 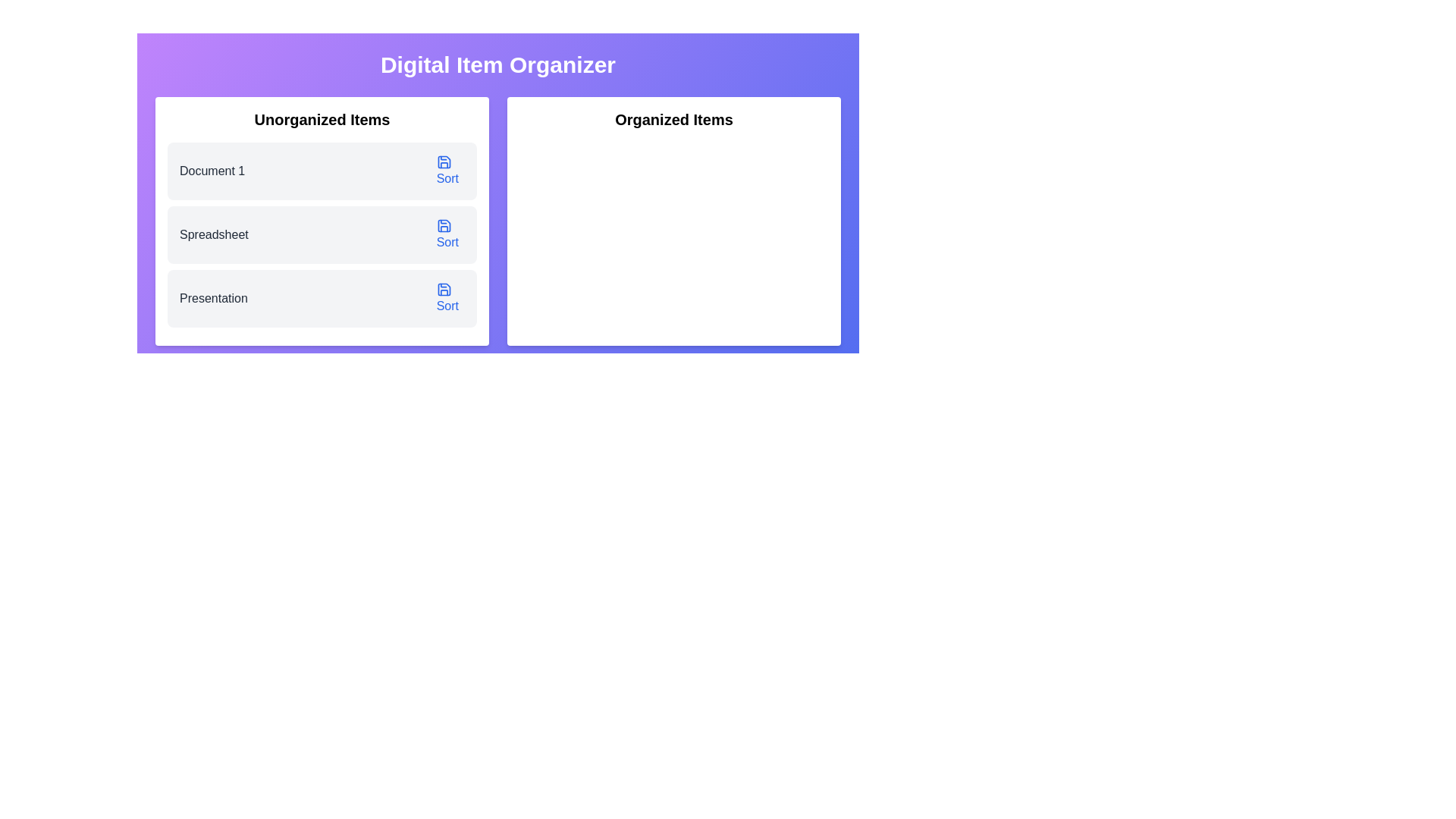 What do you see at coordinates (443, 162) in the screenshot?
I see `the button encompassing the diskette icon representing saving or download functionality, located near the 'Sort' button in the 'Unorganized Items' section` at bounding box center [443, 162].